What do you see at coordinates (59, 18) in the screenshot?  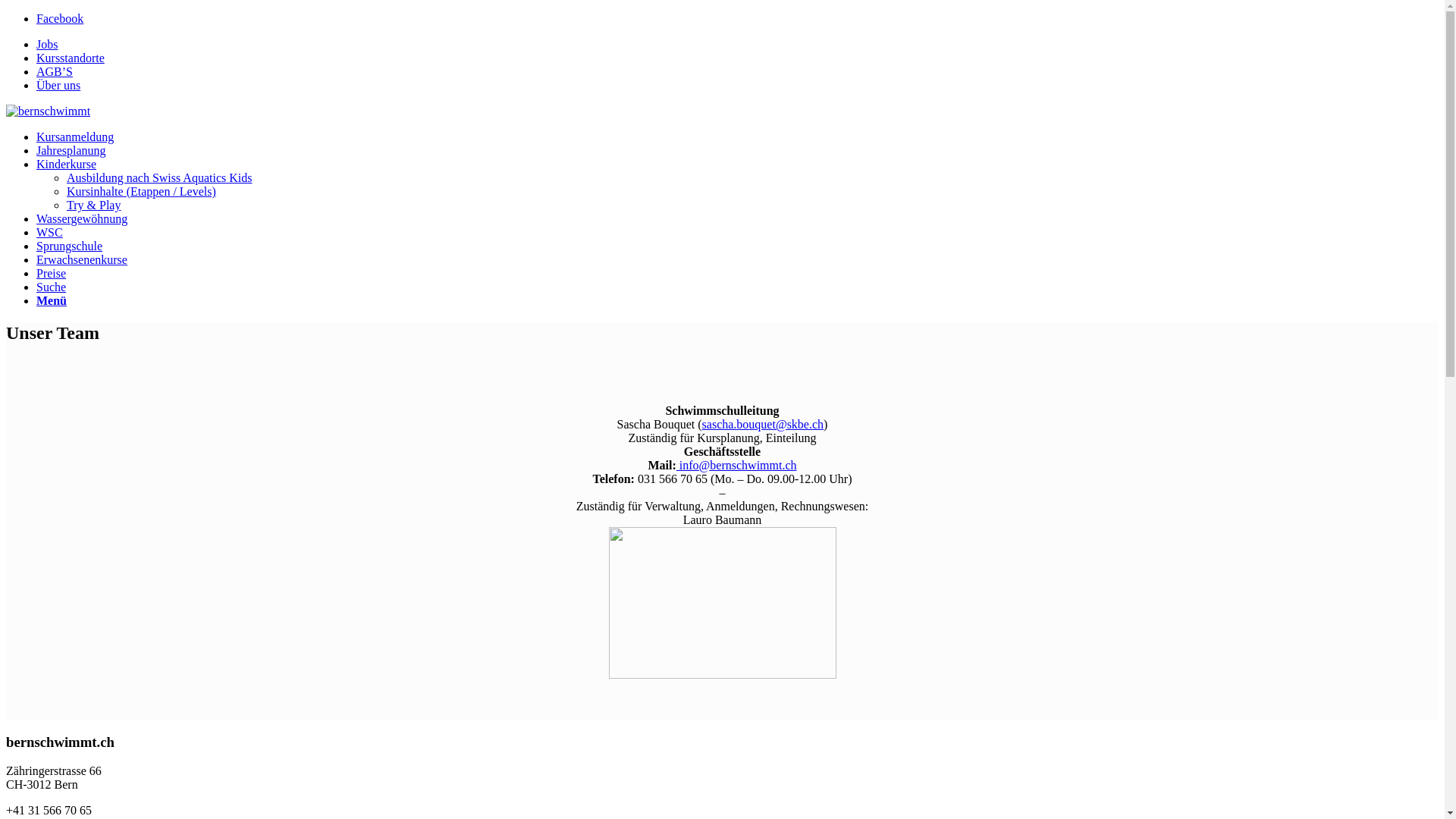 I see `'Facebook'` at bounding box center [59, 18].